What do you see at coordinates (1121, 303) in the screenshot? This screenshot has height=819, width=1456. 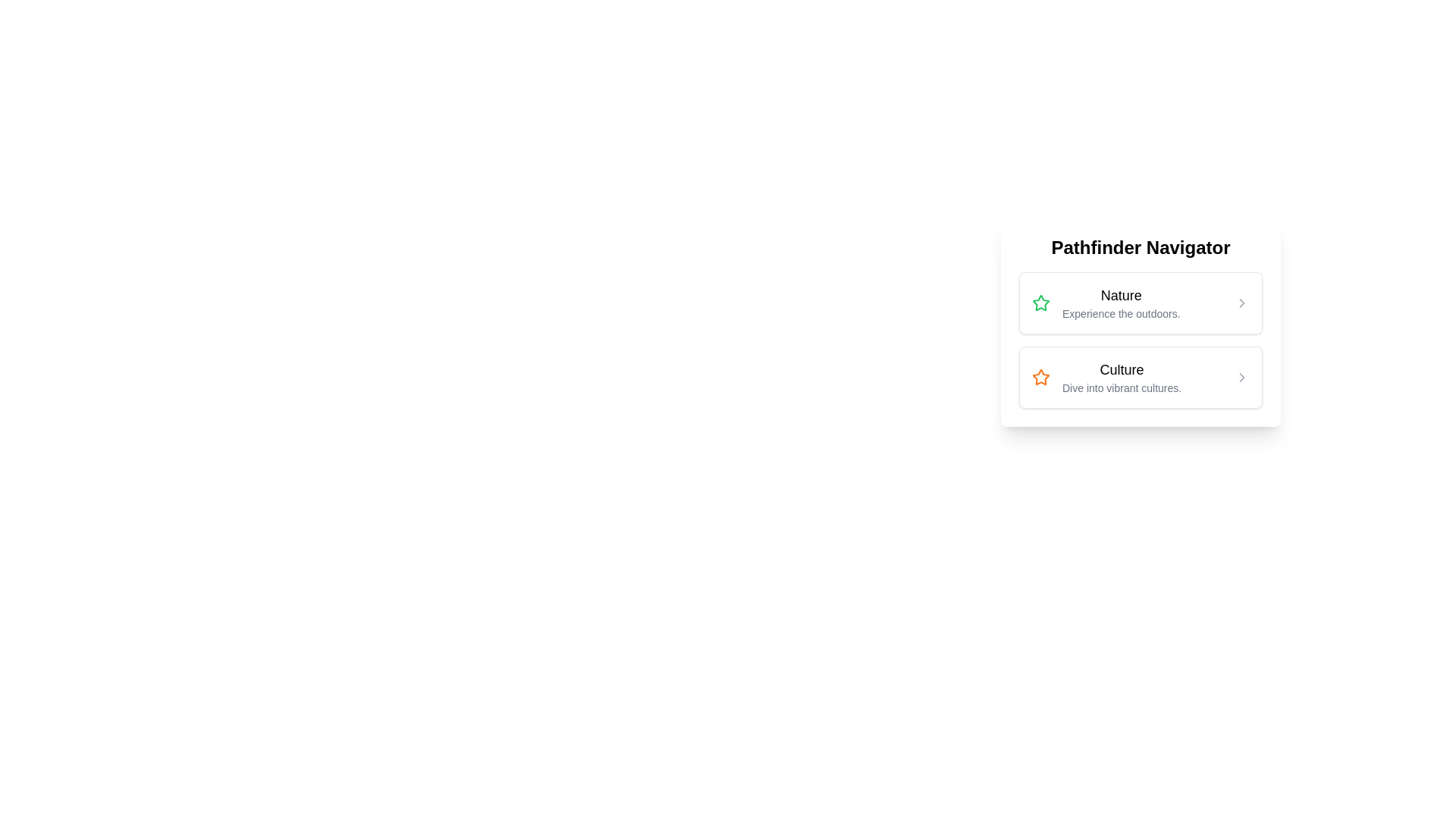 I see `the text 'Nature' to trigger a tooltip or highlight, located in the first entry of the 'Pathfinder Navigator' card section` at bounding box center [1121, 303].